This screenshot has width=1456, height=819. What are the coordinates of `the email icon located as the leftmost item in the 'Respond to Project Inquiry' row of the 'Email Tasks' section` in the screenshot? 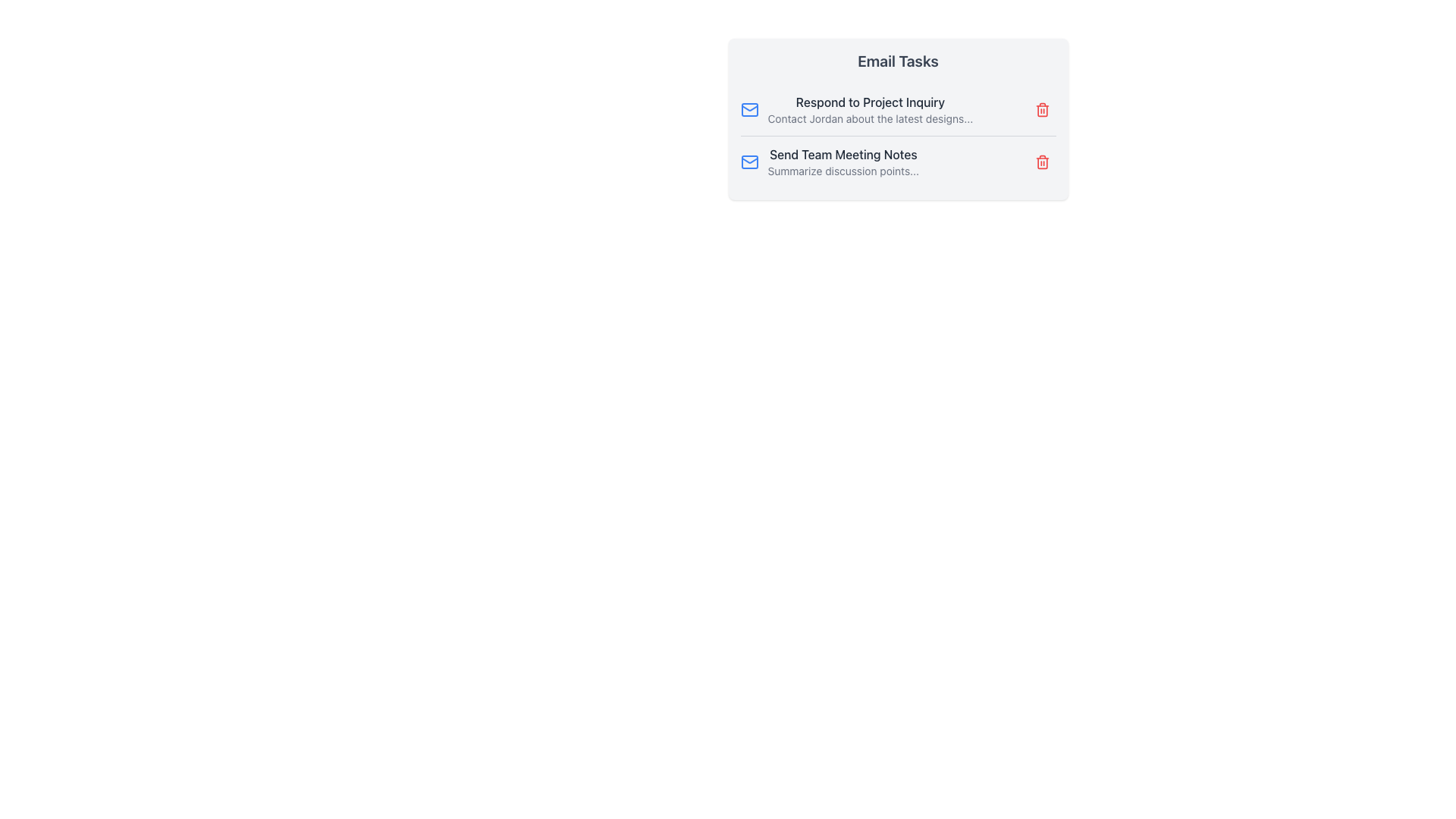 It's located at (749, 109).